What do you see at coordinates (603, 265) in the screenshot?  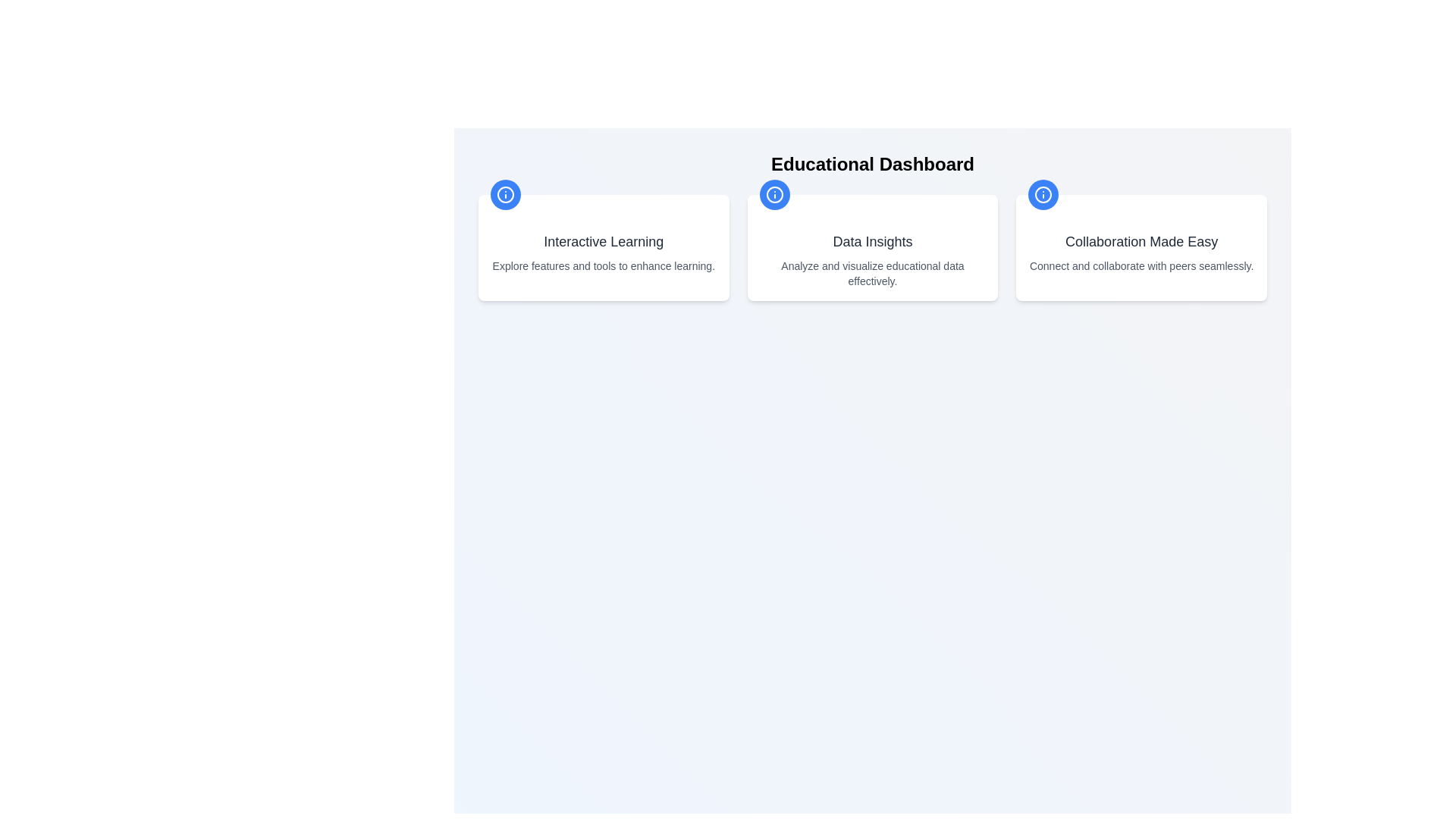 I see `the static text element providing supportive information for the 'Interactive Learning' card, located centrally below its title in the first card of a 3-card layout` at bounding box center [603, 265].